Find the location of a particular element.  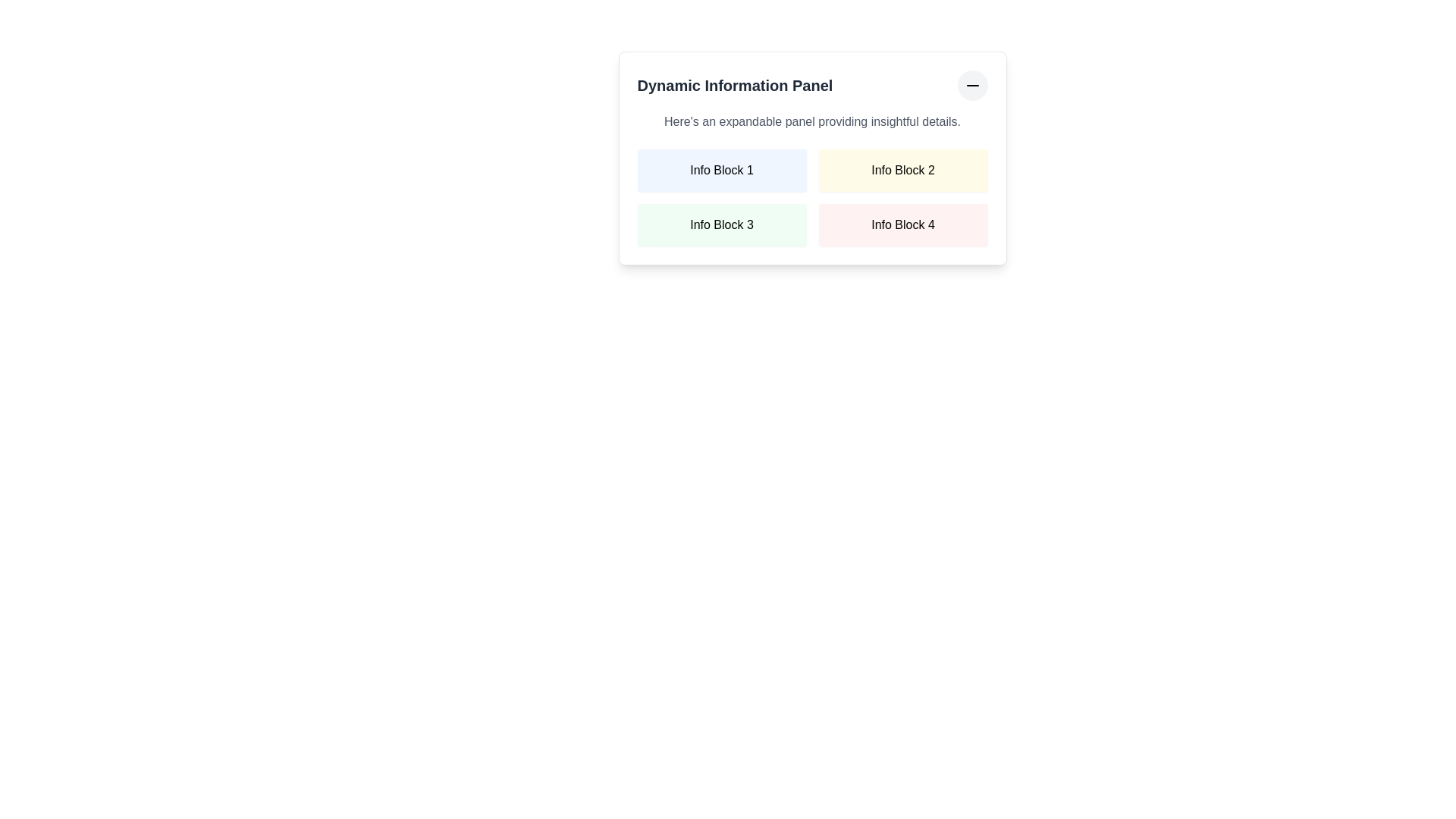

the static informational block located at the top-left of the grid under the 'Dynamic Information Panel' is located at coordinates (720, 170).